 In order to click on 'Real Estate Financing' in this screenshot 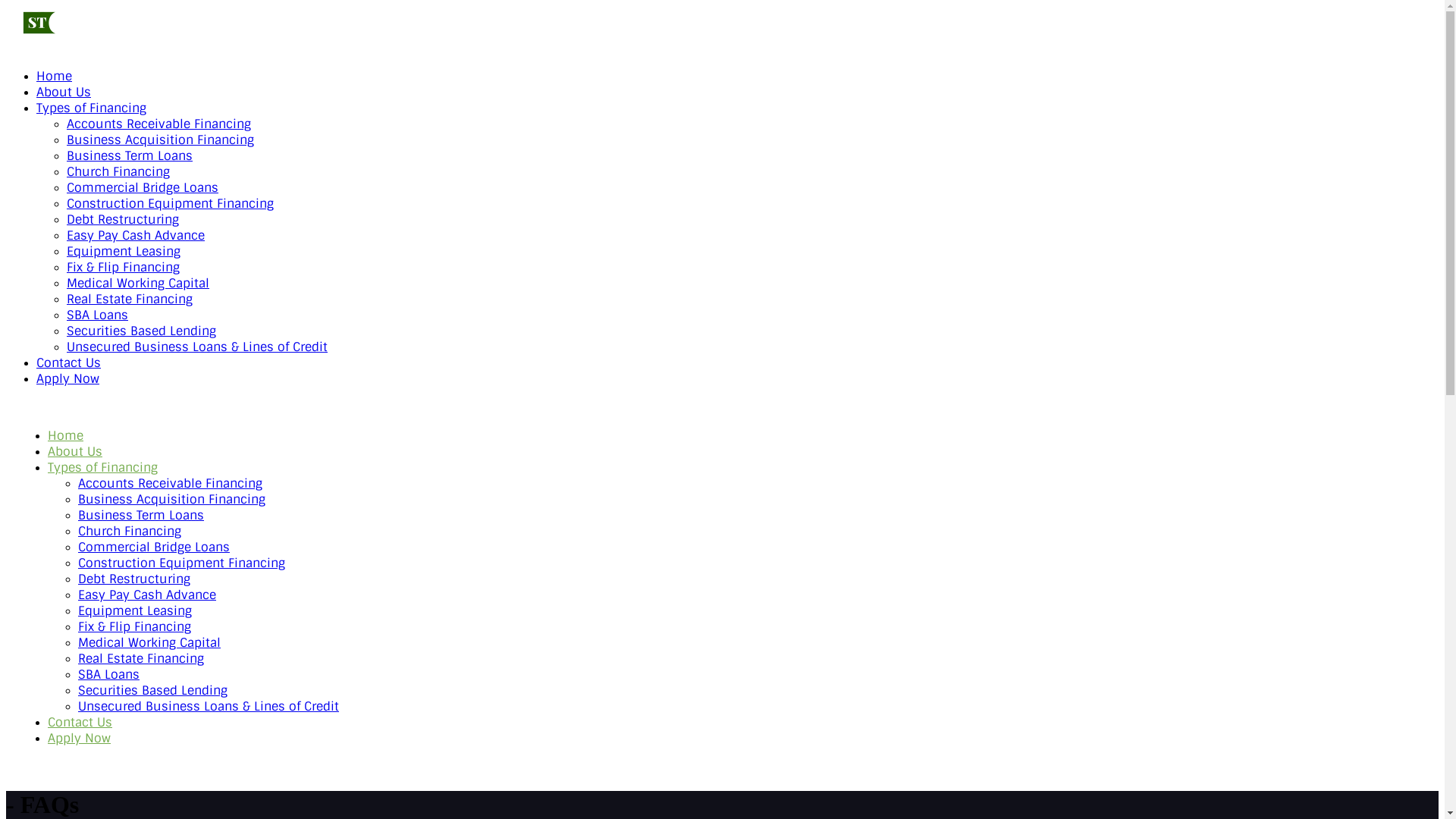, I will do `click(77, 657)`.